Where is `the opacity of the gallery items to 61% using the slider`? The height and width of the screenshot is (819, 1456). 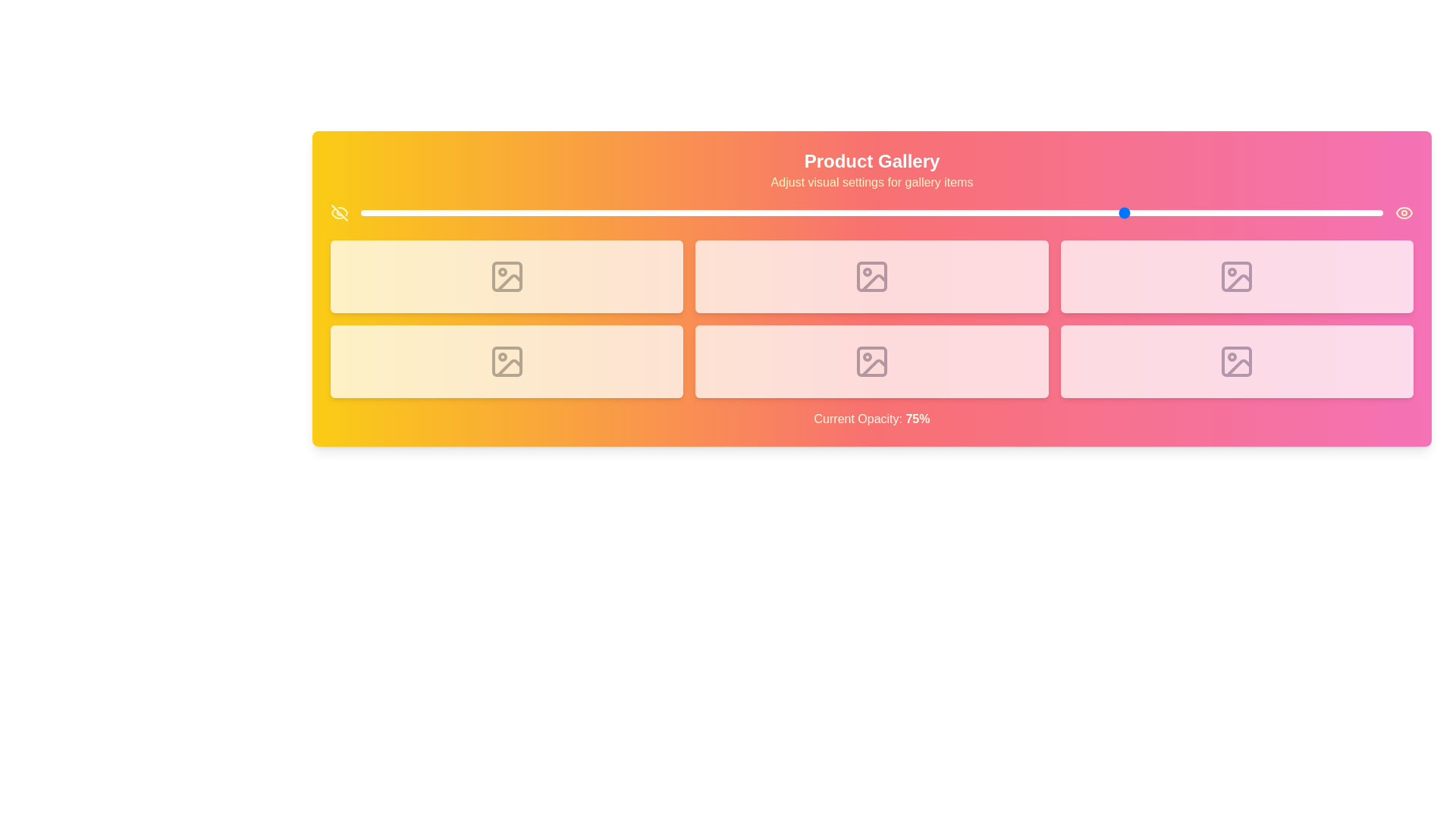
the opacity of the gallery items to 61% using the slider is located at coordinates (984, 213).